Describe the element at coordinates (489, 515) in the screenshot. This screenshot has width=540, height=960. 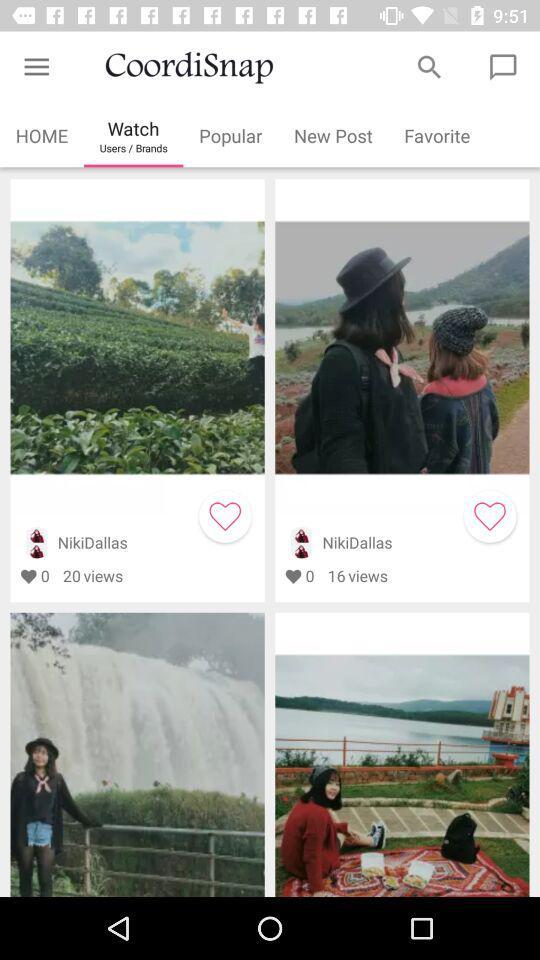
I see `click the like option` at that location.